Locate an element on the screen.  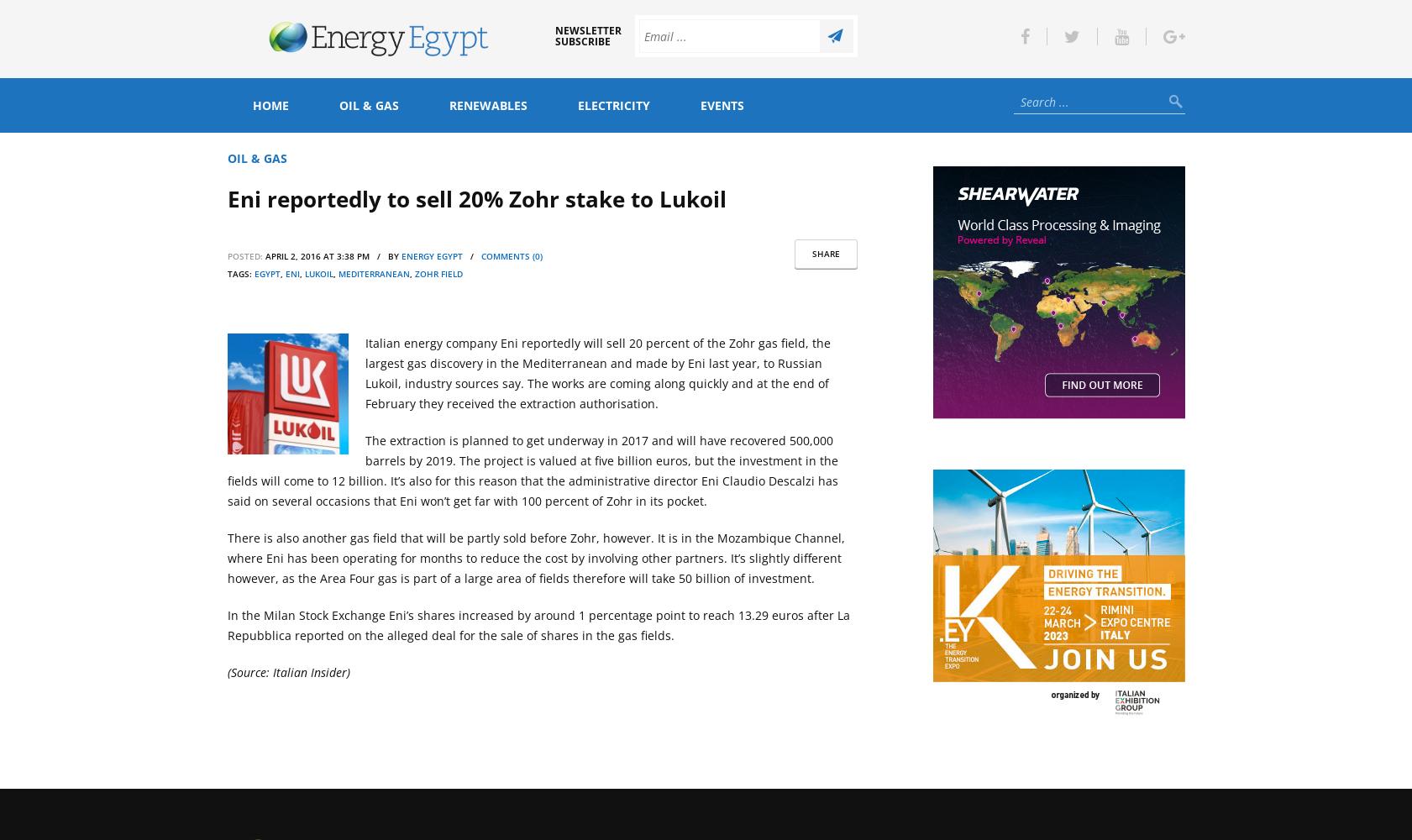
'/' is located at coordinates (470, 256).